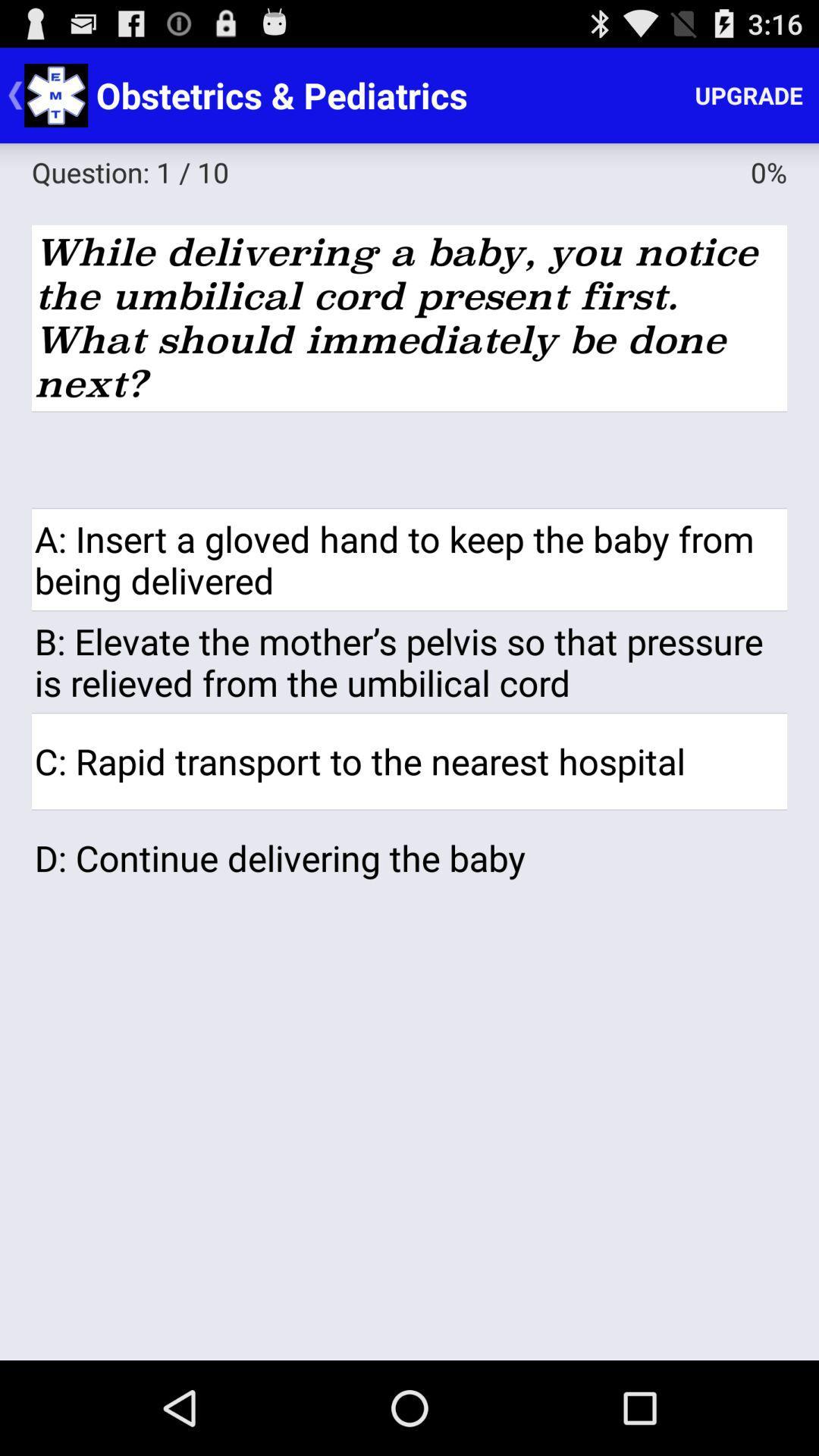  What do you see at coordinates (409, 317) in the screenshot?
I see `the while delivering a app` at bounding box center [409, 317].